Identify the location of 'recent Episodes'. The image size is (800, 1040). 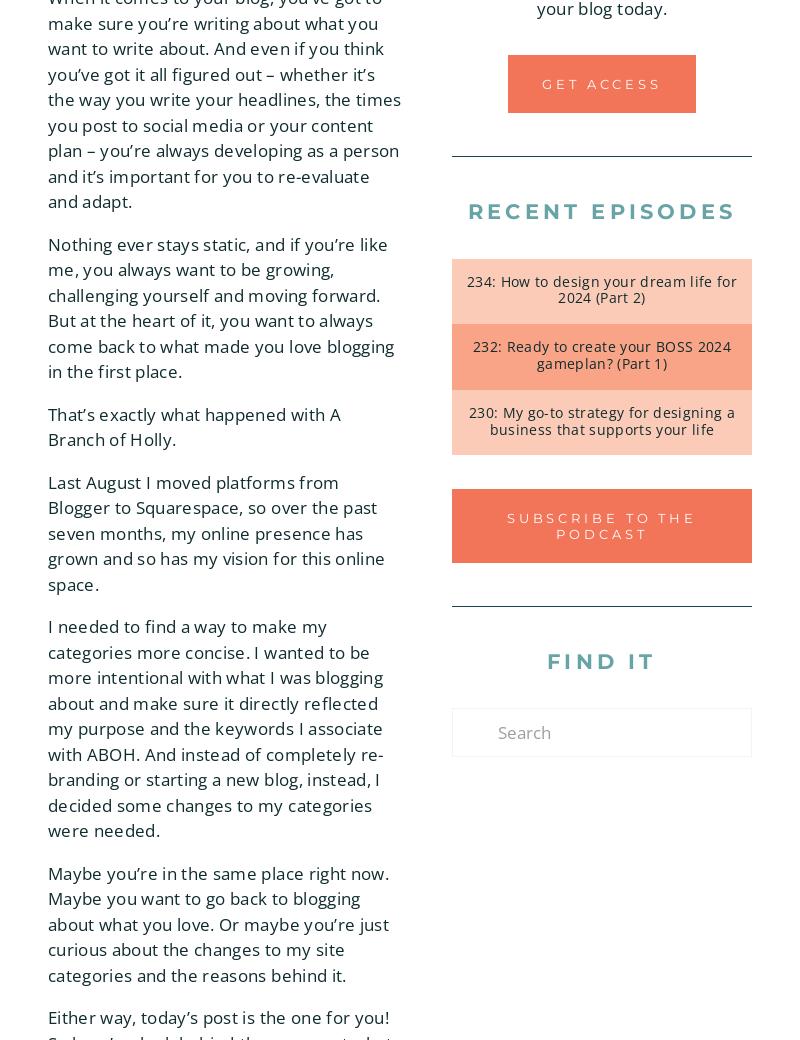
(602, 211).